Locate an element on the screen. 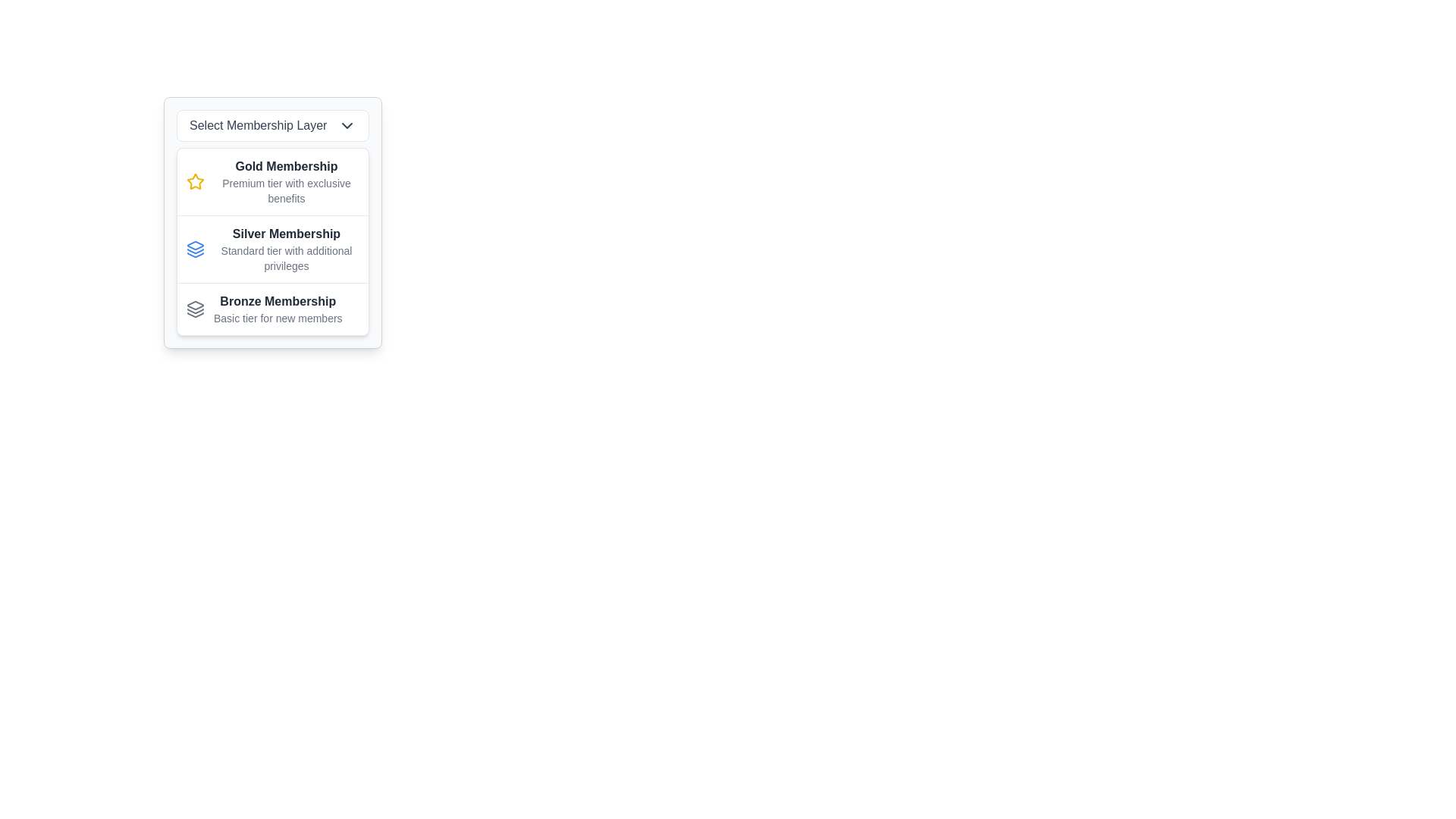 The height and width of the screenshot is (819, 1456). the List Box containing options for membership tiers (Gold, Silver, Bronze) with rounded corners and a light shadow is located at coordinates (273, 241).